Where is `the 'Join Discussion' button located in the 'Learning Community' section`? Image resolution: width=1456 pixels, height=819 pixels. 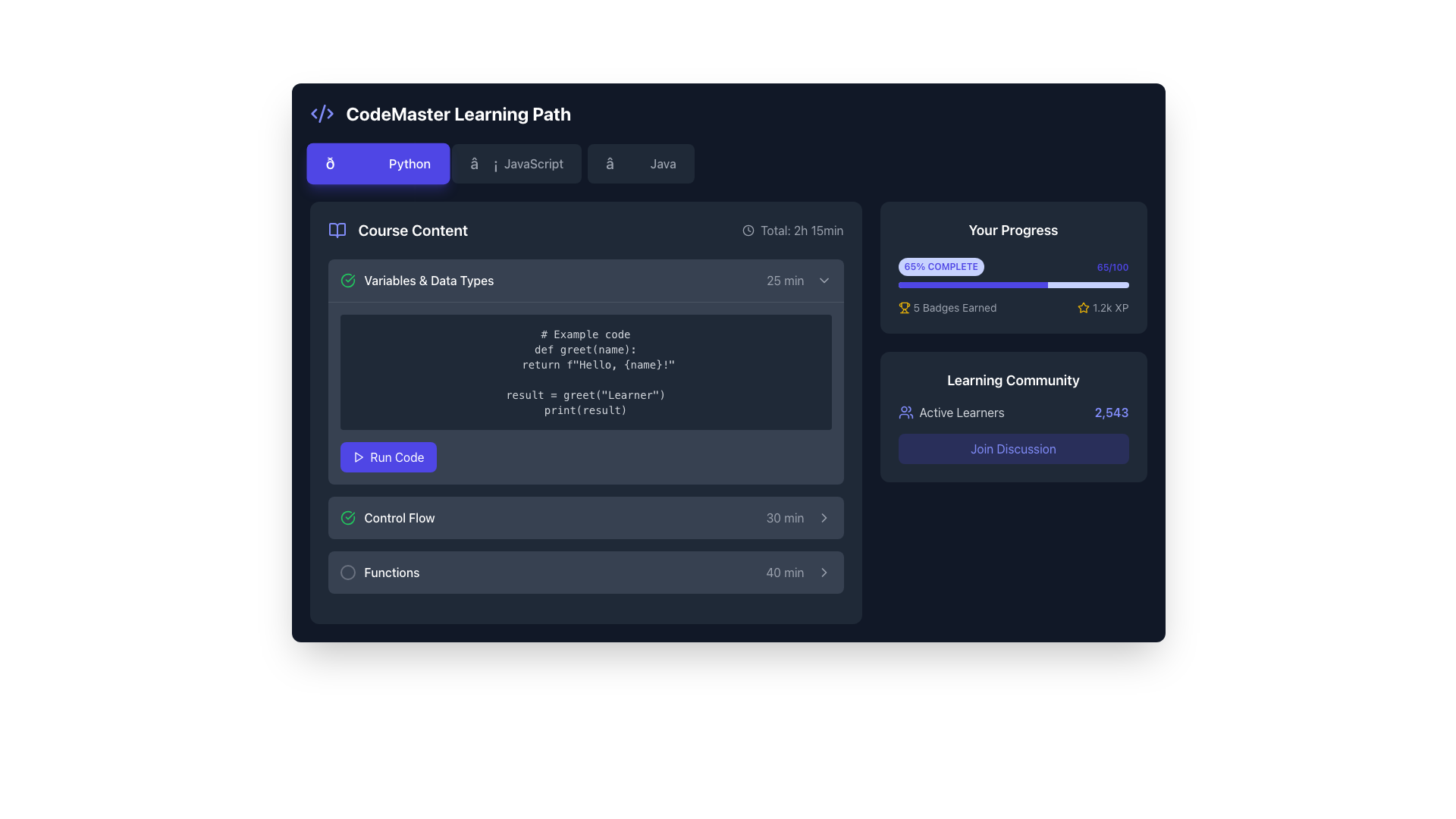 the 'Join Discussion' button located in the 'Learning Community' section is located at coordinates (1013, 433).